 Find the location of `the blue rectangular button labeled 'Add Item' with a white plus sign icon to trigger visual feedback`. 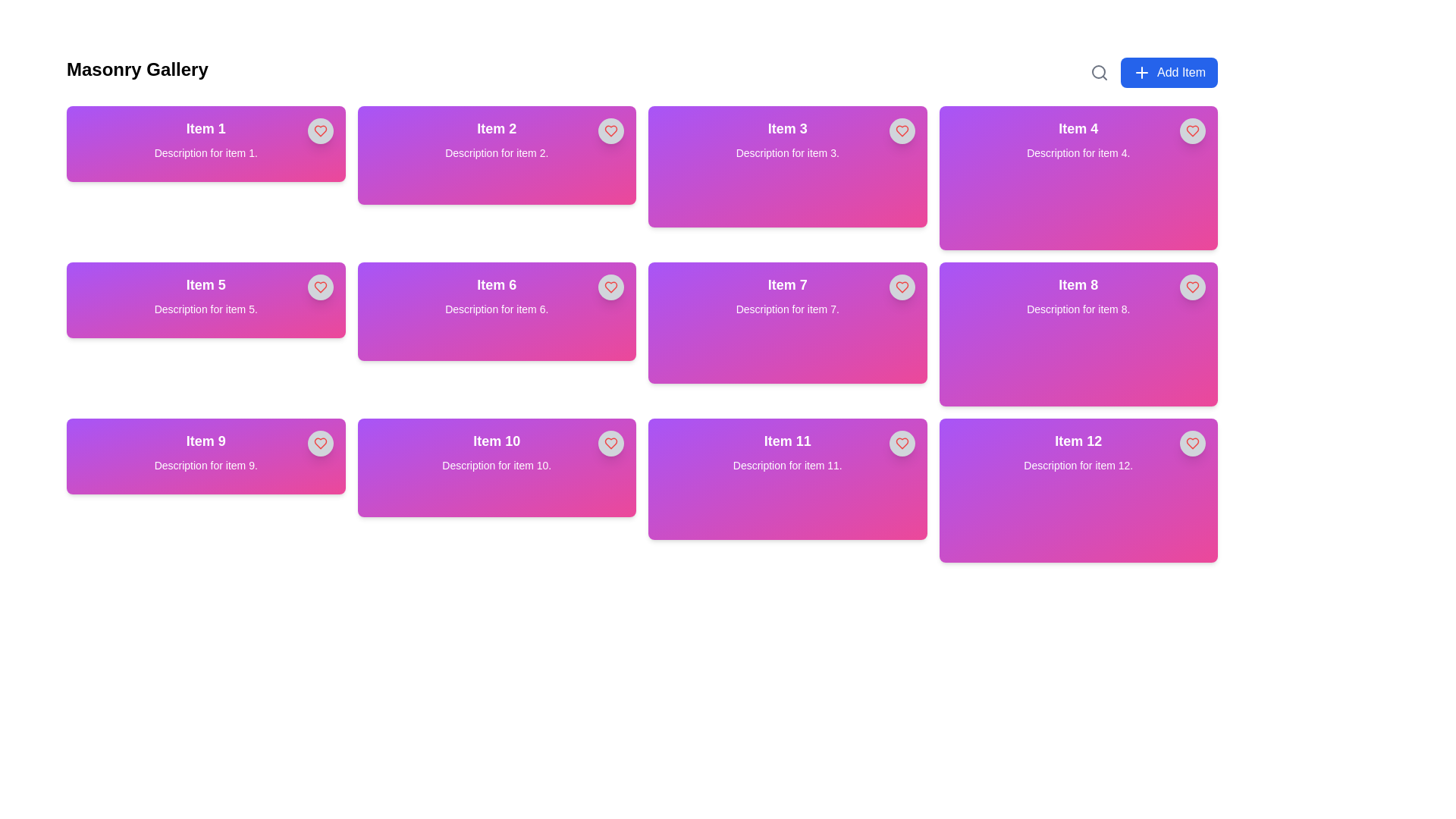

the blue rectangular button labeled 'Add Item' with a white plus sign icon to trigger visual feedback is located at coordinates (1168, 73).